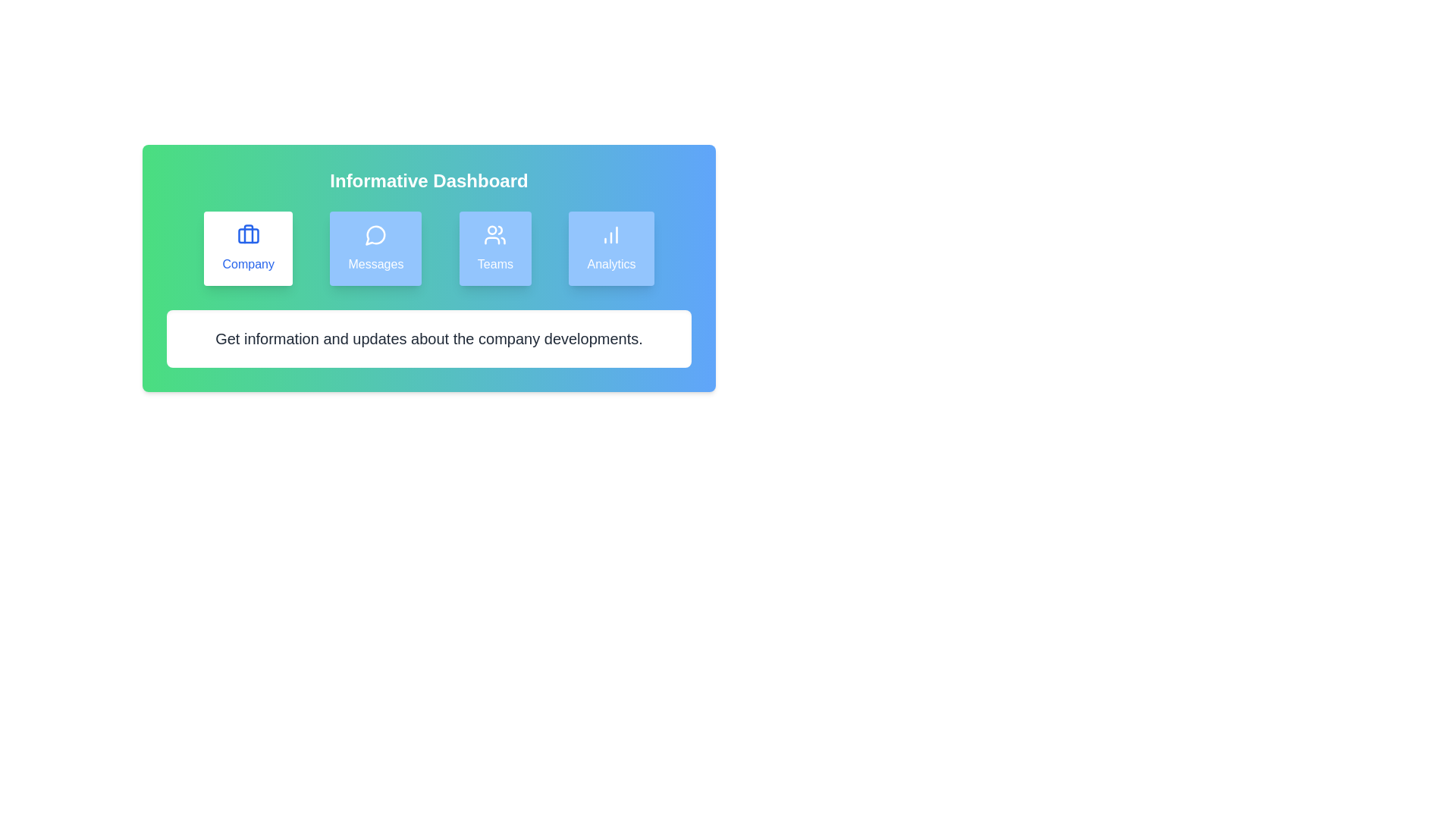 This screenshot has width=1456, height=819. I want to click on the SVG icon that represents the 'Teams' section, so click(495, 234).